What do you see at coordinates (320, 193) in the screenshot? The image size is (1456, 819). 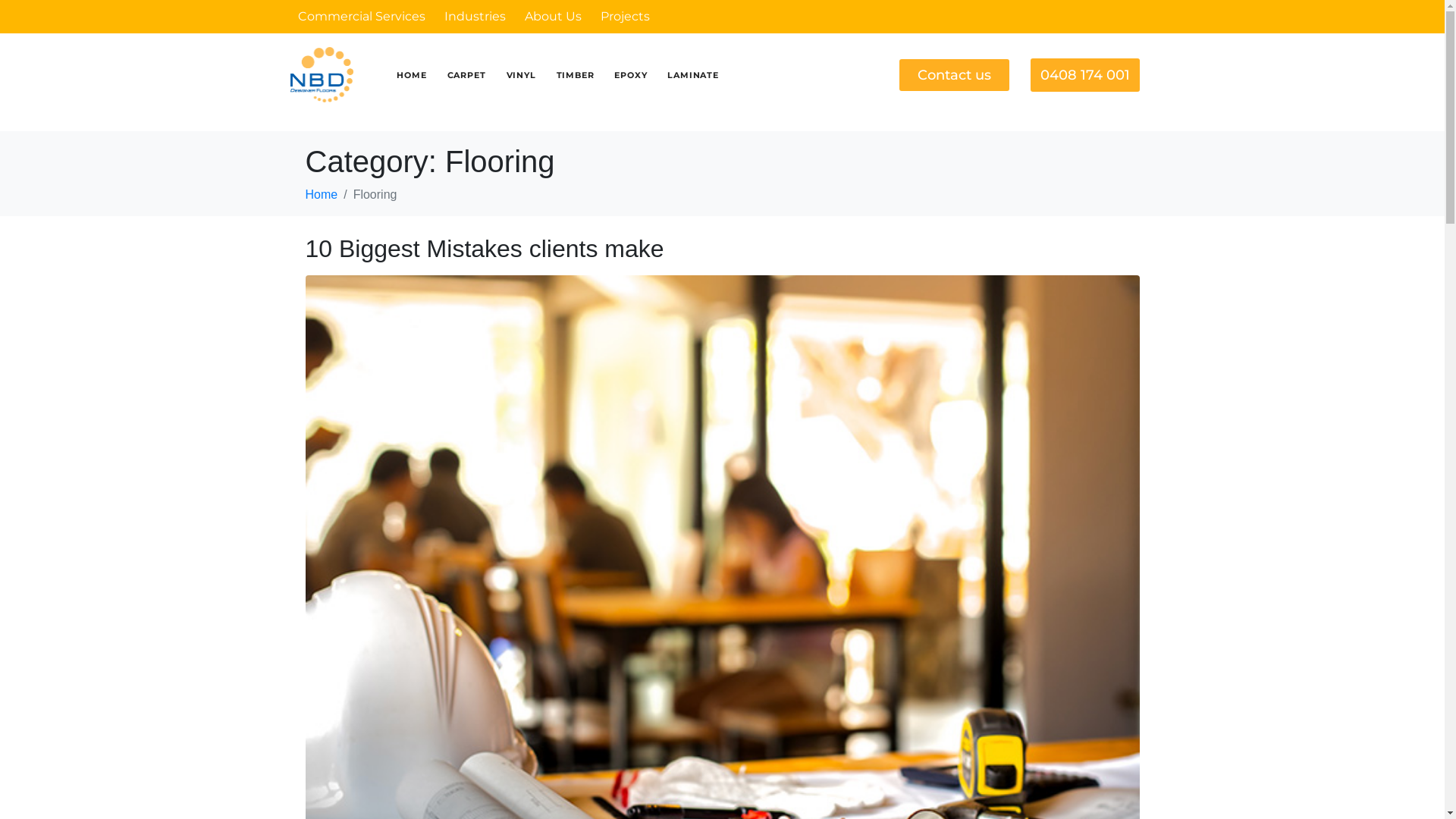 I see `'Home'` at bounding box center [320, 193].